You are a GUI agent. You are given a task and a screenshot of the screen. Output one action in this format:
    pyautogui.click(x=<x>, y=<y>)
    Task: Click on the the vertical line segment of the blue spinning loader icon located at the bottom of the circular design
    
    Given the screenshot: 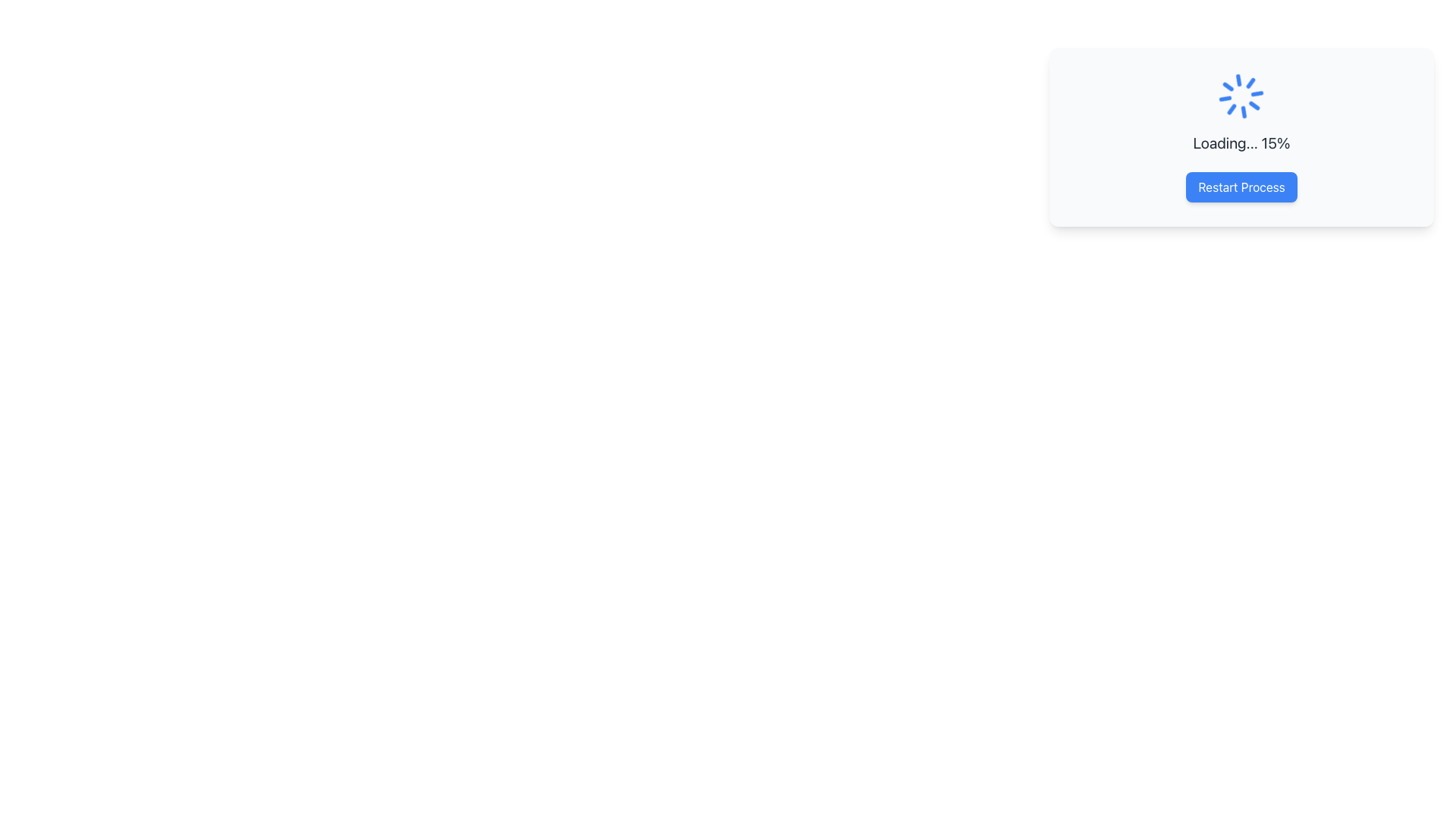 What is the action you would take?
    pyautogui.click(x=1236, y=80)
    